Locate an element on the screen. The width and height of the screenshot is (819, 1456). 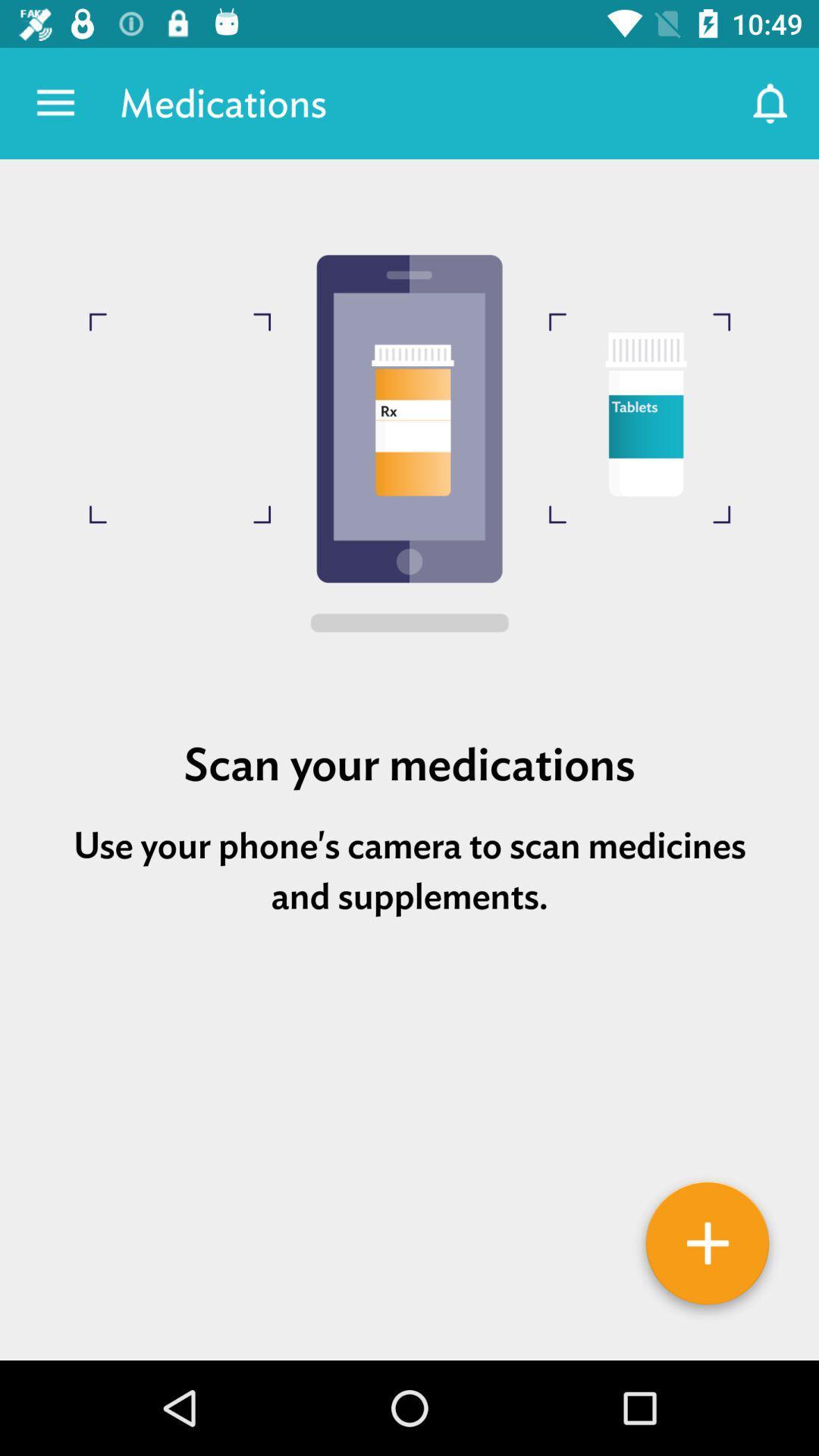
medication is located at coordinates (708, 1248).